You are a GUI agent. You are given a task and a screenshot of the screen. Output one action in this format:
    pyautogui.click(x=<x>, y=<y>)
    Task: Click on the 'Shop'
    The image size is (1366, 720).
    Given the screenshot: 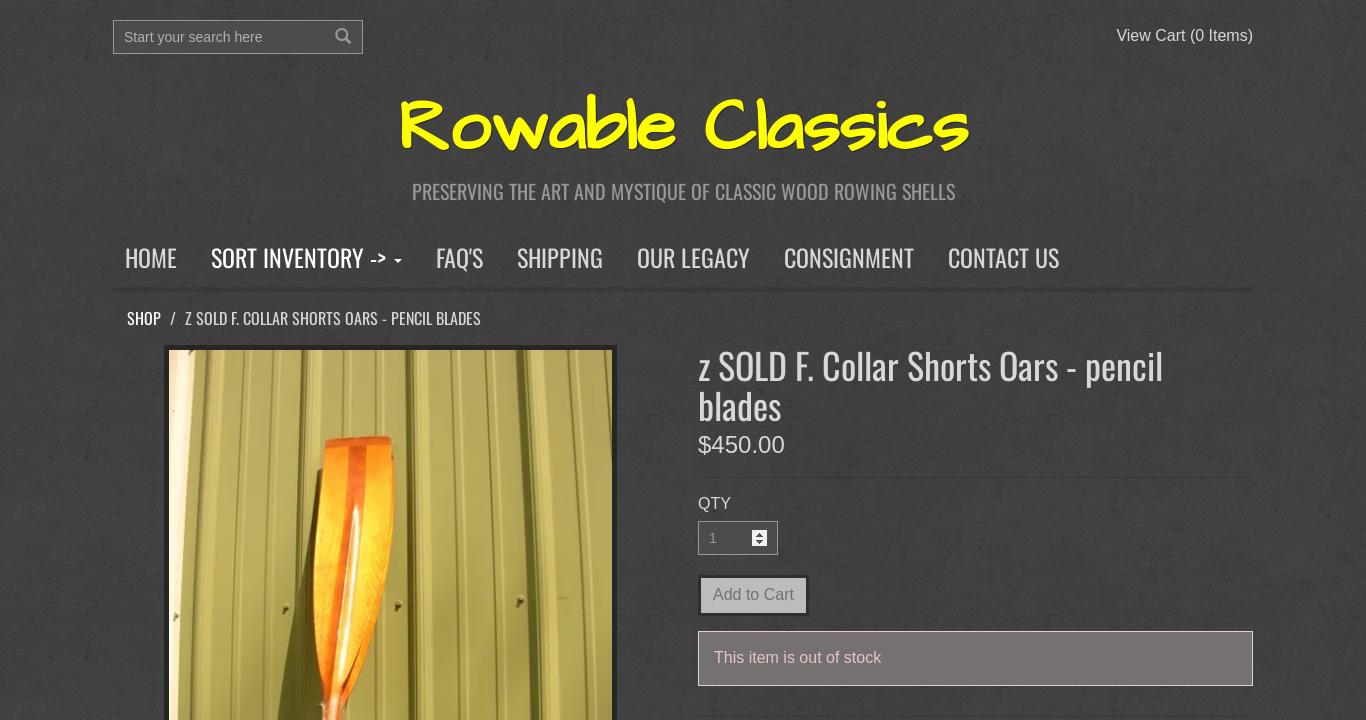 What is the action you would take?
    pyautogui.click(x=126, y=317)
    